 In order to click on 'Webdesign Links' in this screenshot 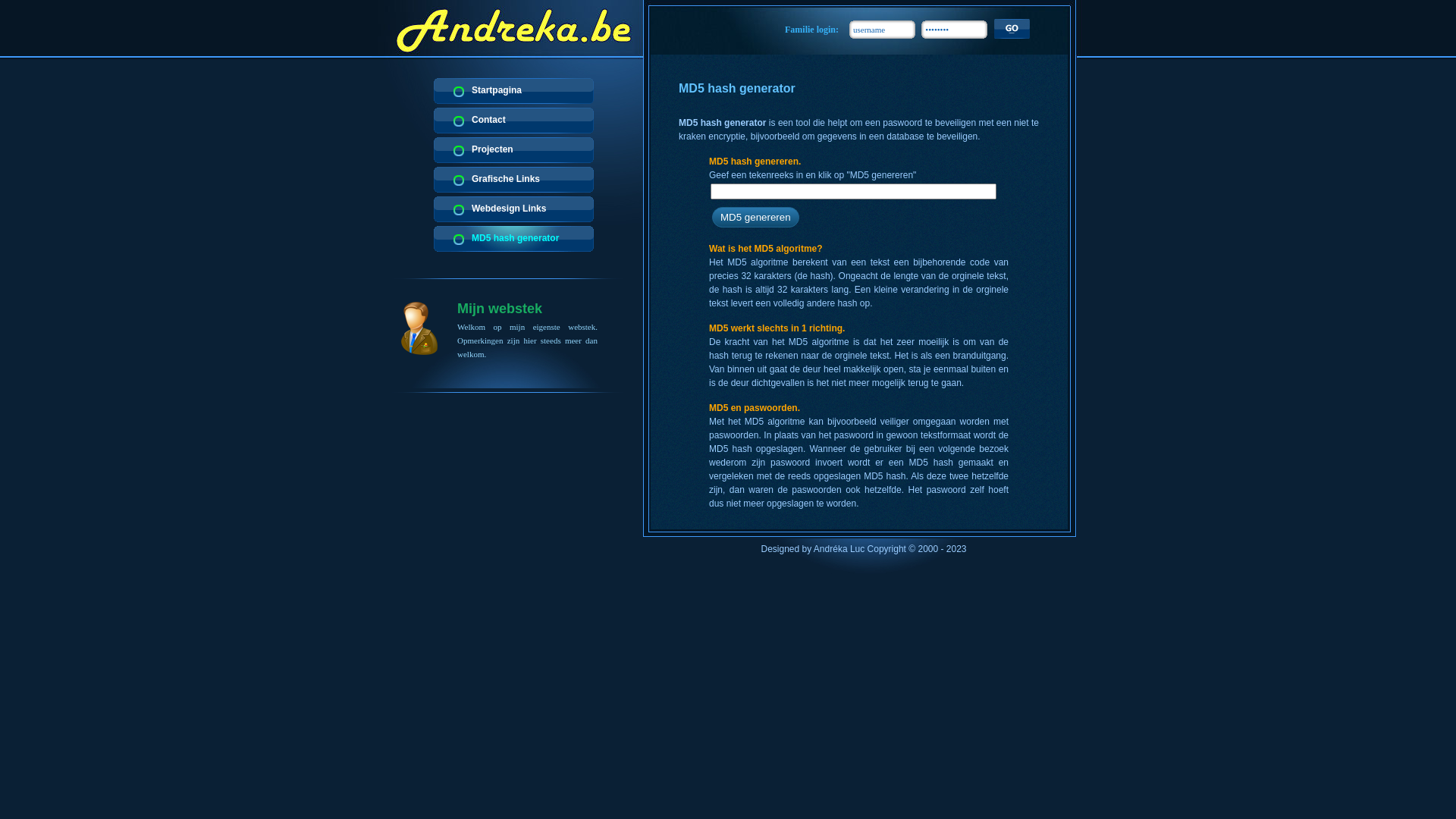, I will do `click(513, 209)`.